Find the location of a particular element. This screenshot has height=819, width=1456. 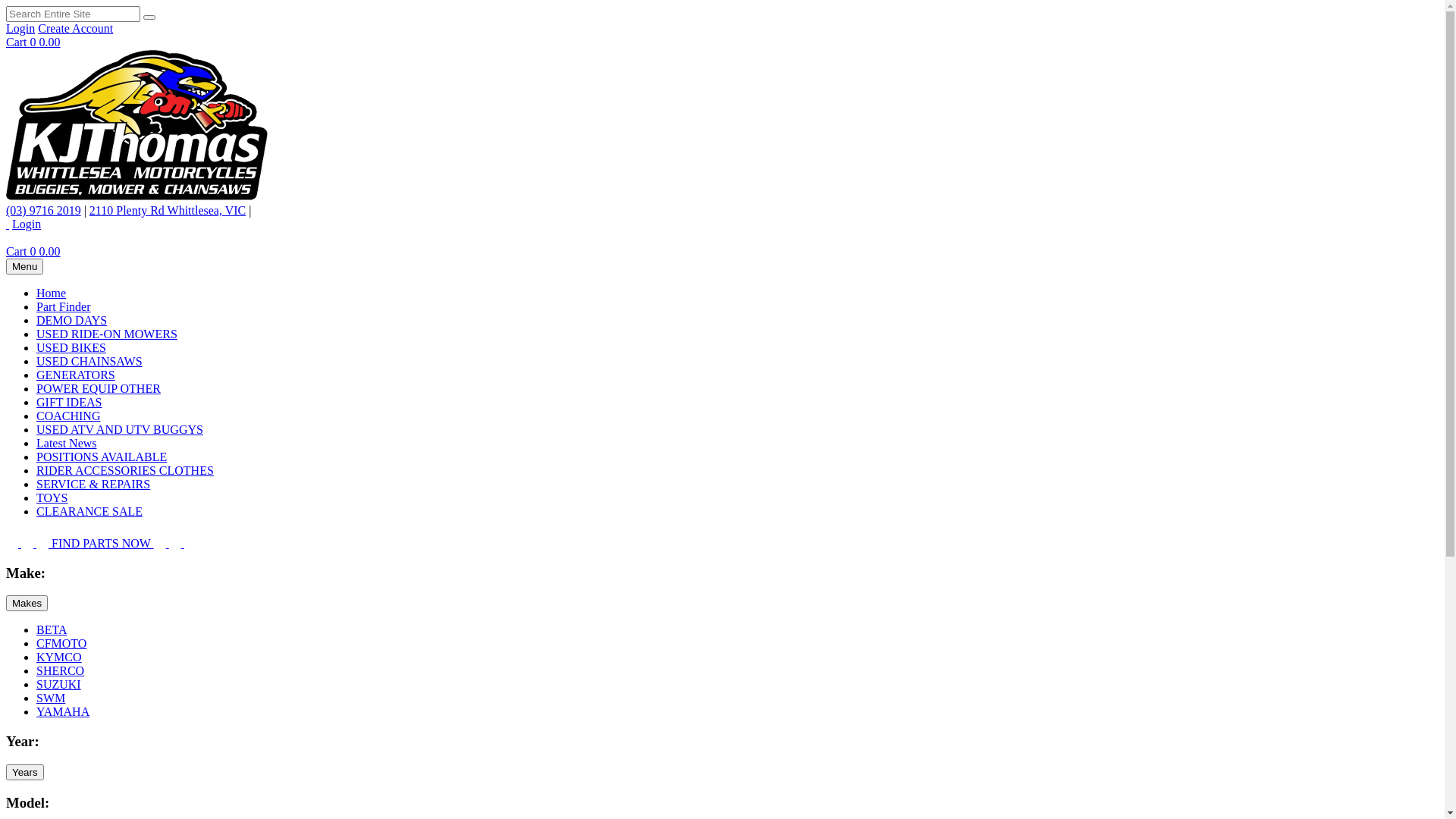

'Login' is located at coordinates (26, 224).